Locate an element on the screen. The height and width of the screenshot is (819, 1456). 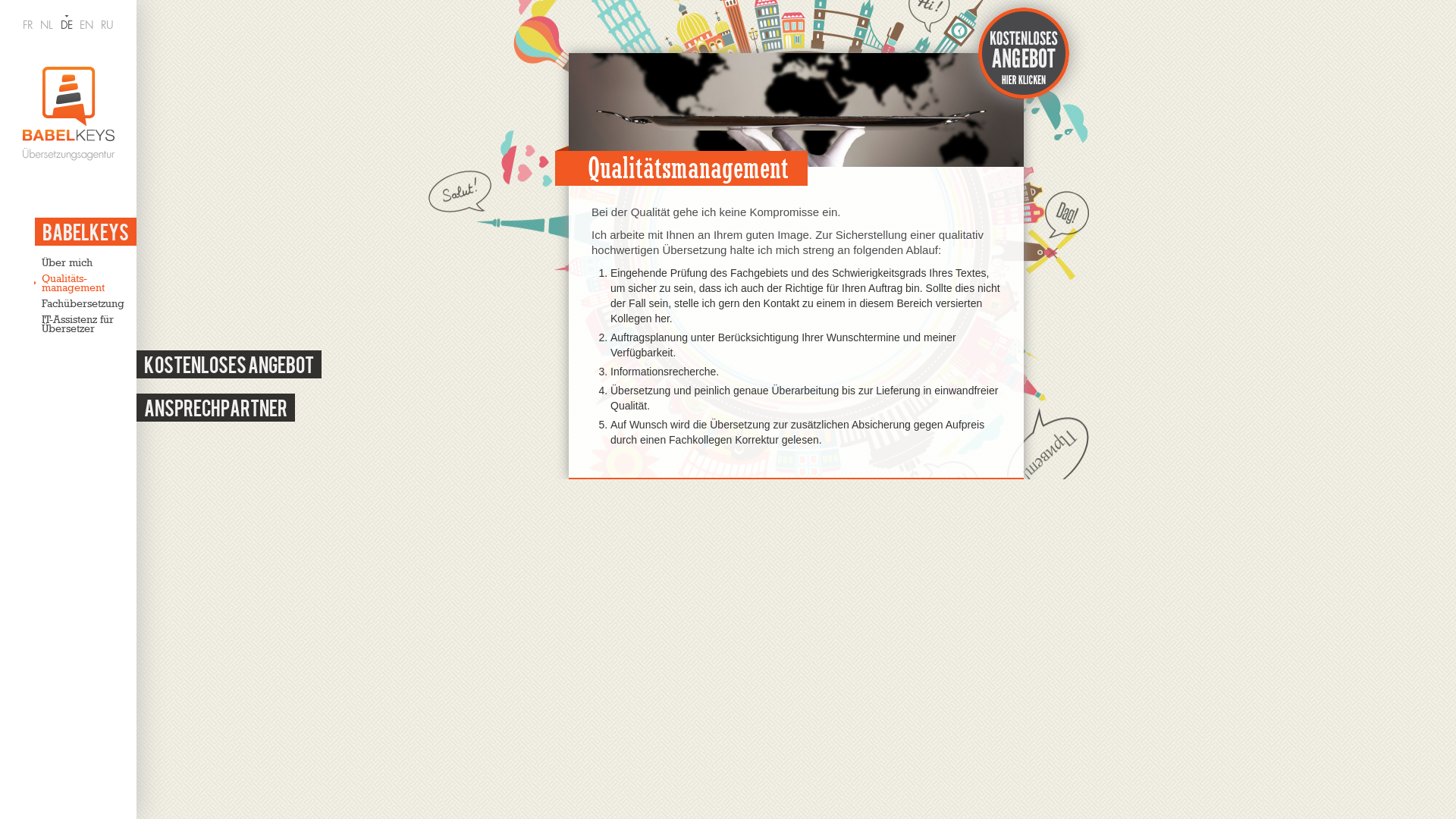
'Babelkeys' is located at coordinates (85, 231).